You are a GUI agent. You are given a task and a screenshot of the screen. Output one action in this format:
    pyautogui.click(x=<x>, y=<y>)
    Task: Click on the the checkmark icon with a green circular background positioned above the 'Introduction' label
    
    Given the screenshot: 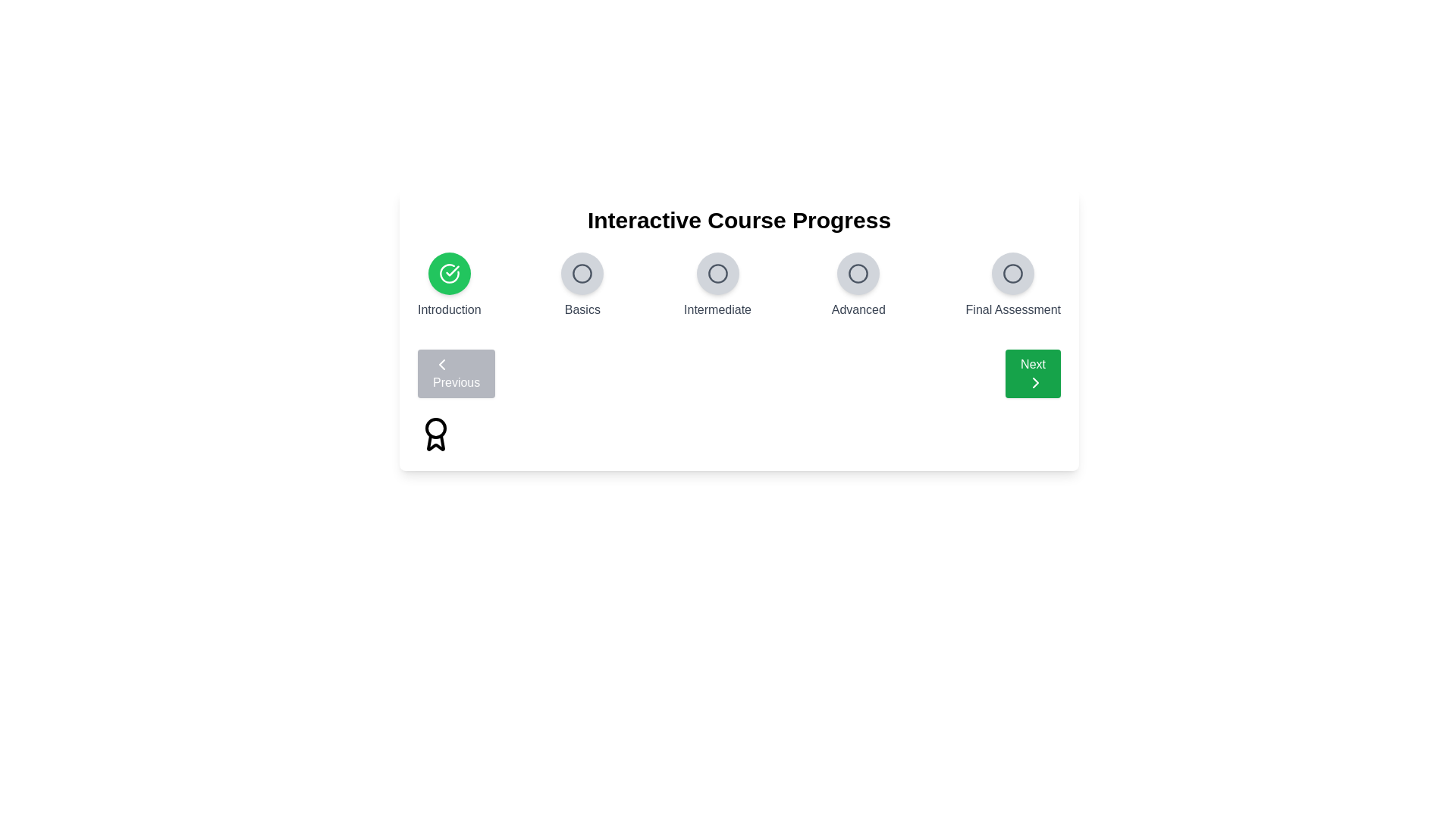 What is the action you would take?
    pyautogui.click(x=451, y=270)
    